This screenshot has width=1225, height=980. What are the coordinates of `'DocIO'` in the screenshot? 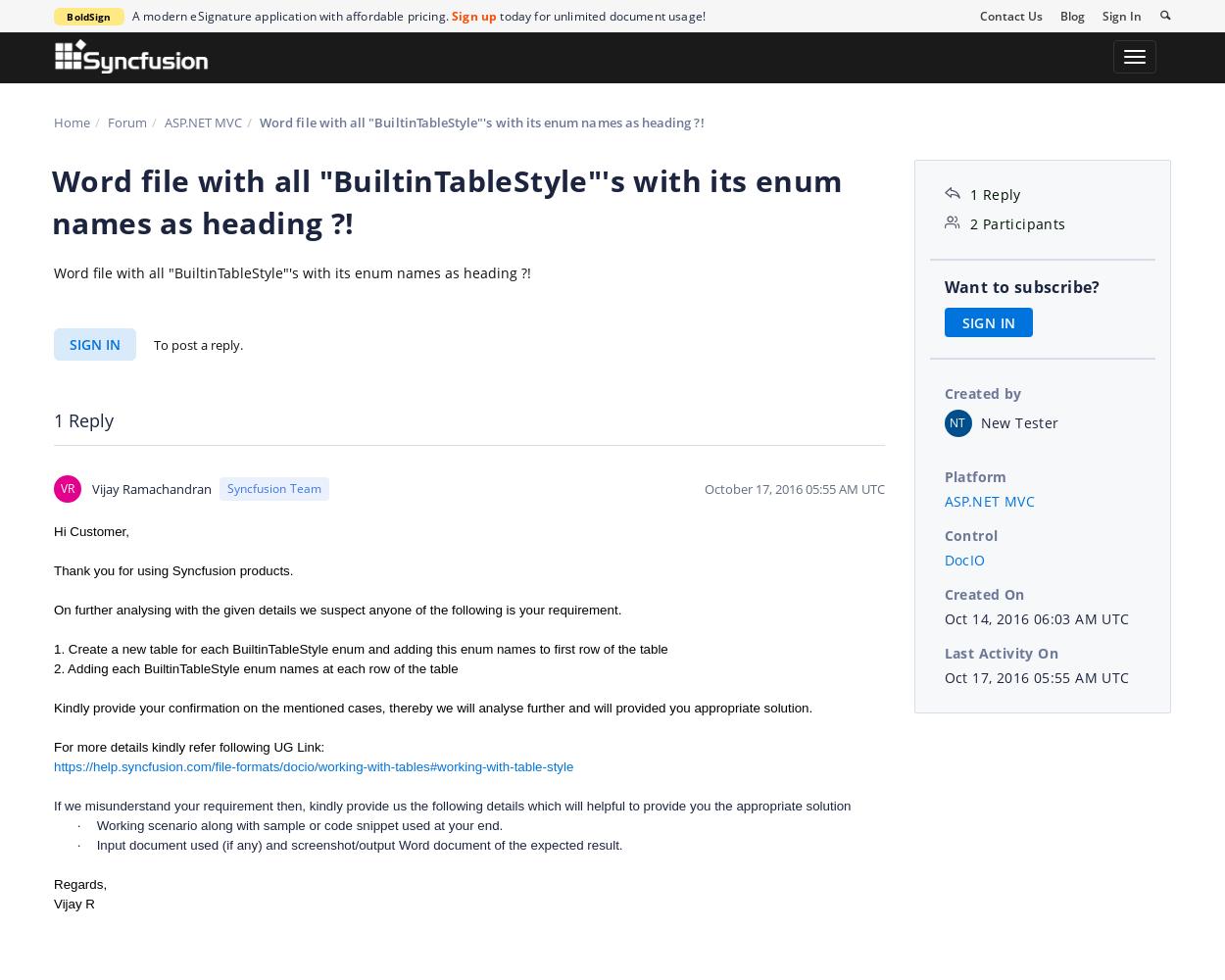 It's located at (963, 558).